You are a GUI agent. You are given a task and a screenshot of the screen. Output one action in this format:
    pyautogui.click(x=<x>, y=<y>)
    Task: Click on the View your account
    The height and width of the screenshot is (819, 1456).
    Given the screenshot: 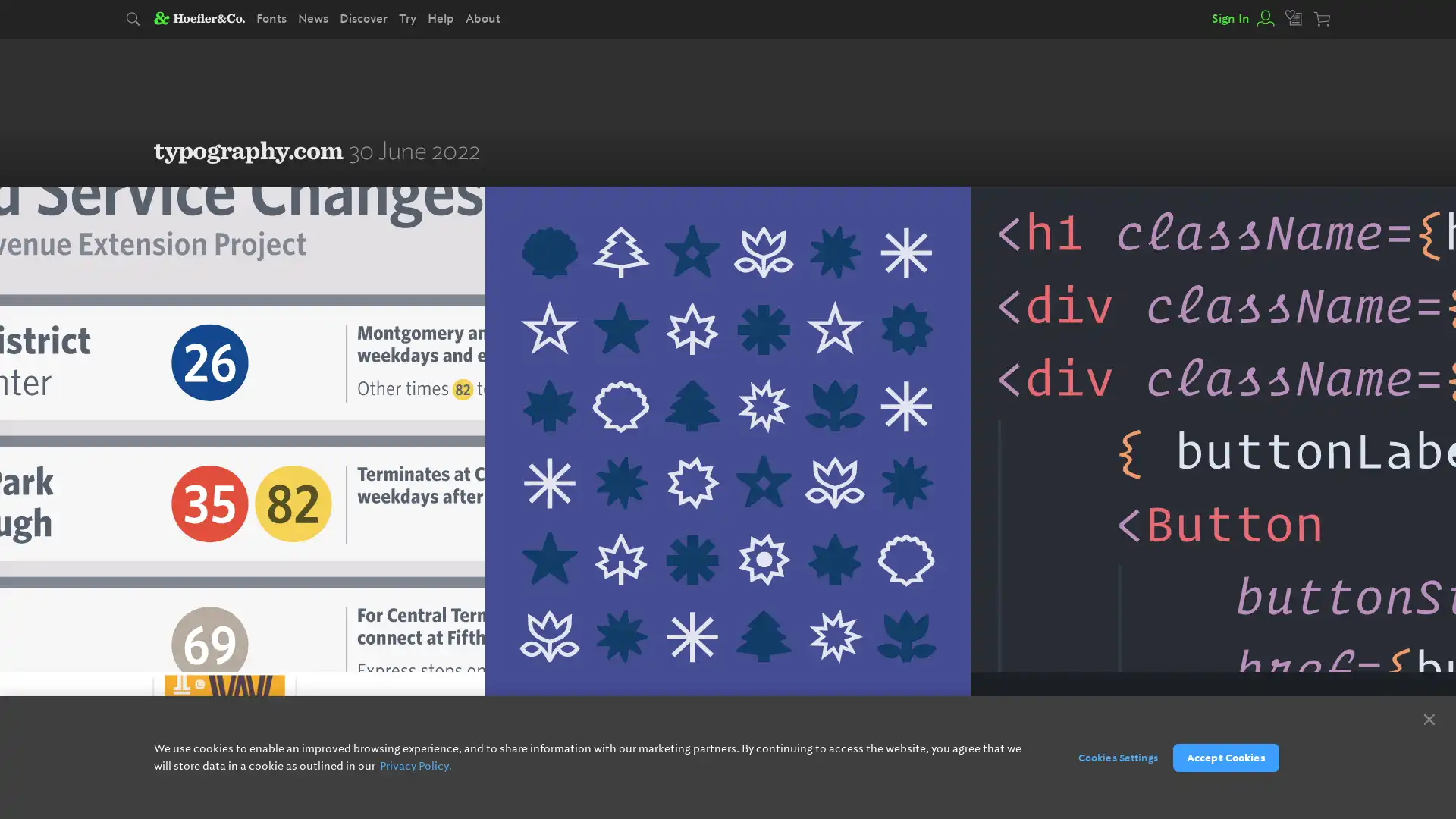 What is the action you would take?
    pyautogui.click(x=1263, y=18)
    